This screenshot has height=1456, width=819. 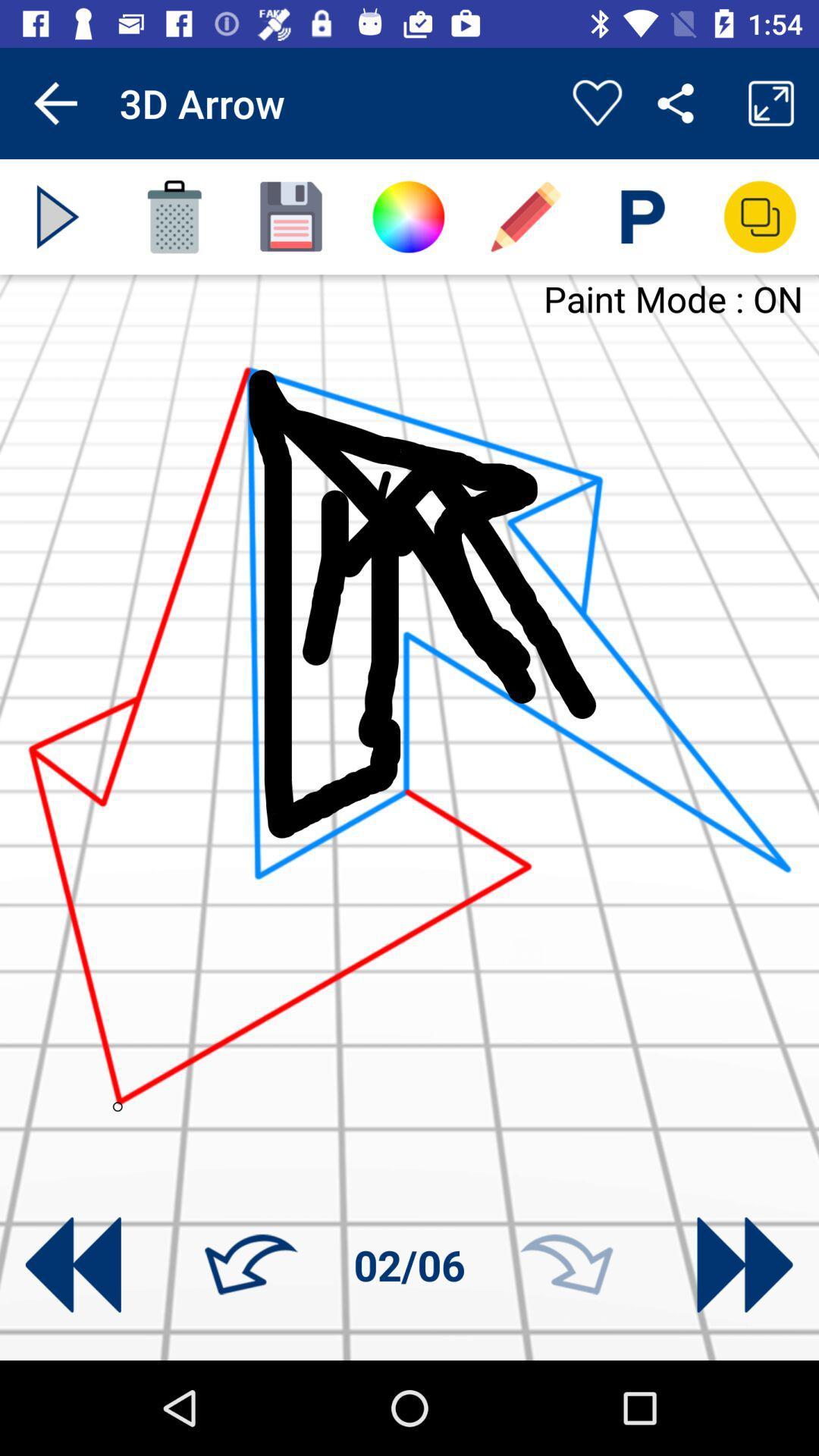 What do you see at coordinates (73, 1265) in the screenshot?
I see `the av_rewind icon` at bounding box center [73, 1265].